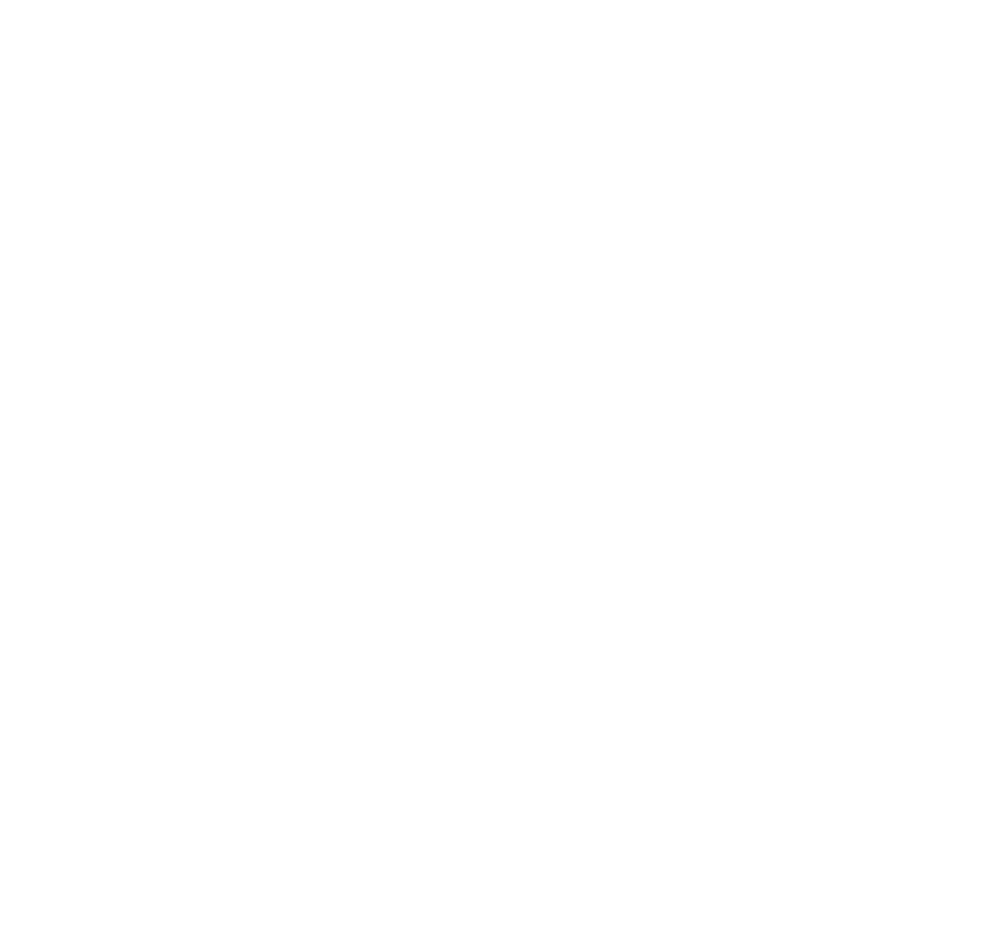  Describe the element at coordinates (486, 693) in the screenshot. I see `'Still questioning diversity? Maybe you’re asking the wrong question'` at that location.